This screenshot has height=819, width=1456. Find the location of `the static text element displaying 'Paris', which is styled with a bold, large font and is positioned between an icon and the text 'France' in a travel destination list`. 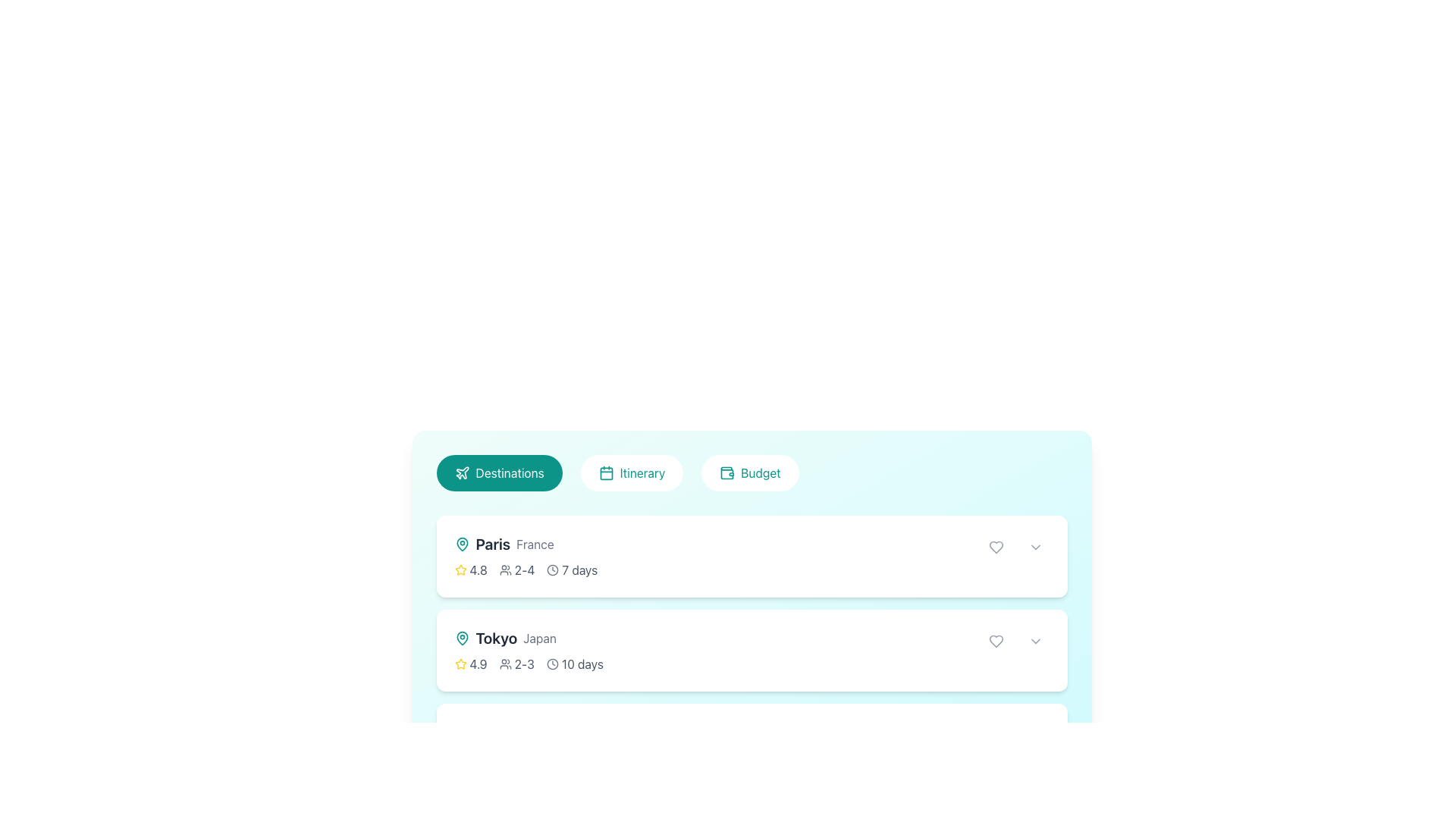

the static text element displaying 'Paris', which is styled with a bold, large font and is positioned between an icon and the text 'France' in a travel destination list is located at coordinates (493, 543).